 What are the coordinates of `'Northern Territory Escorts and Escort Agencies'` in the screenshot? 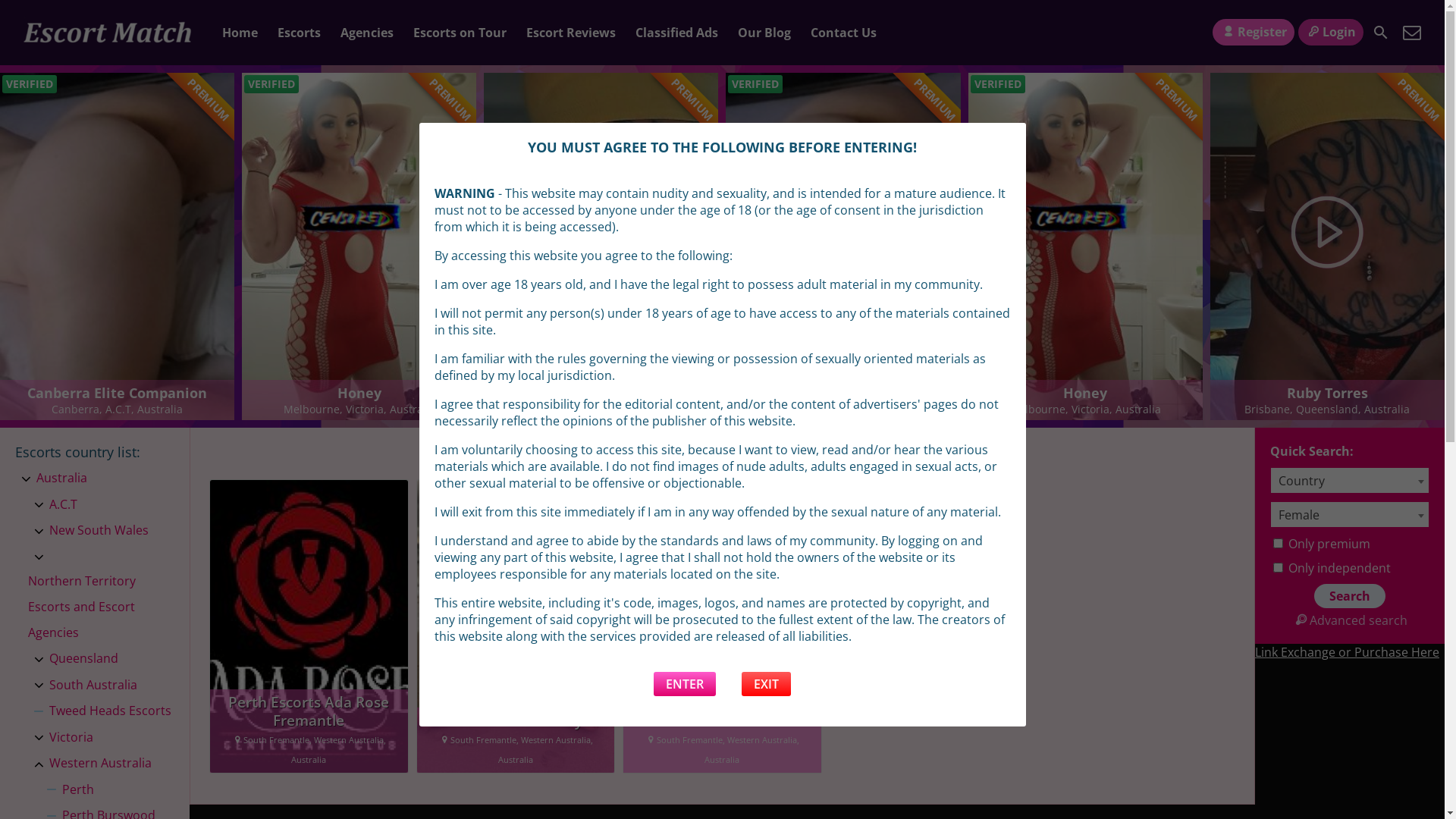 It's located at (100, 606).